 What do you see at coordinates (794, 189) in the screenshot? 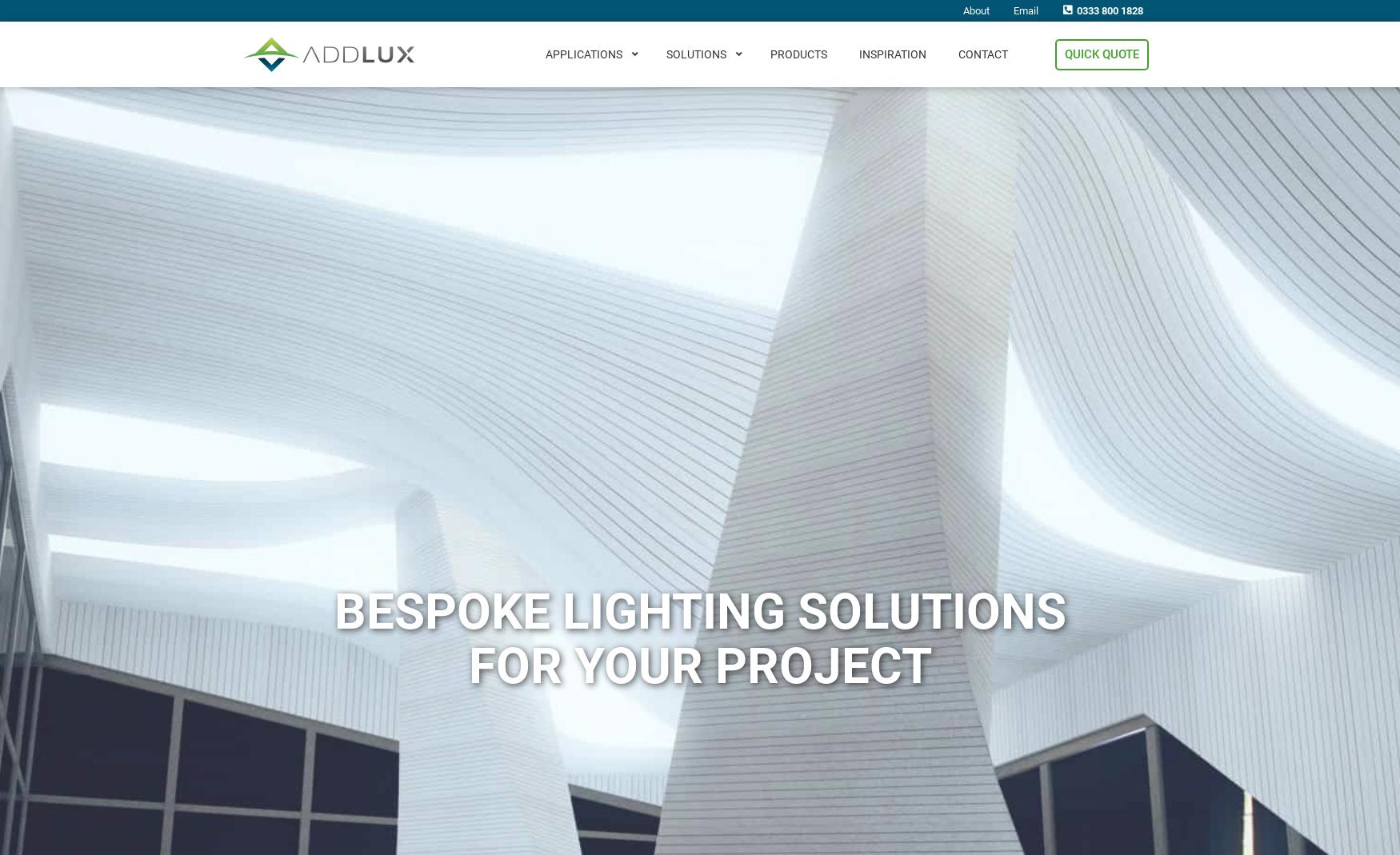
I see `'Lift Car LED Lighting'` at bounding box center [794, 189].